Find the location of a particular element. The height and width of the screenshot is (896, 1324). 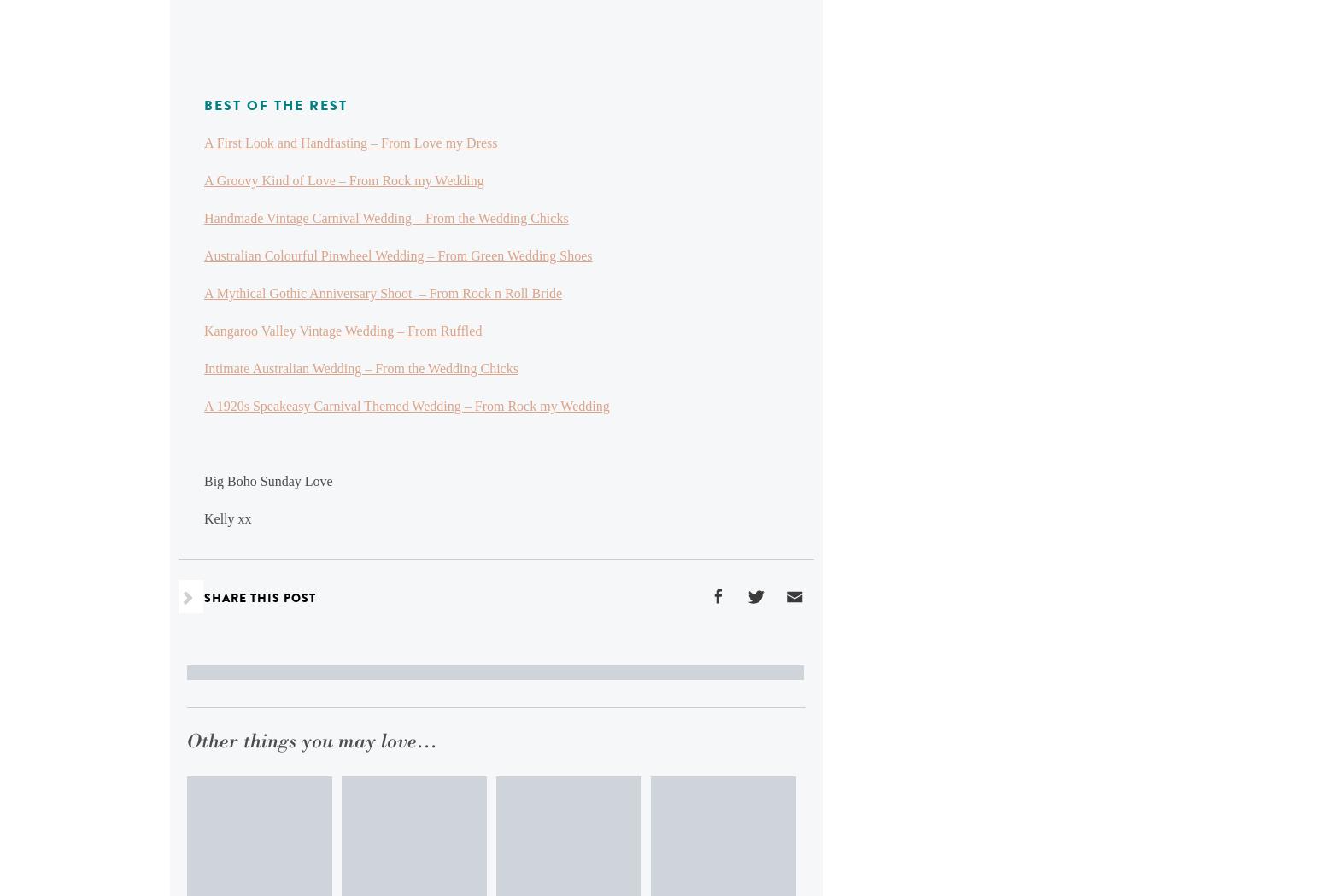

'A Groovy Kind of Love – From Rock my Wedding' is located at coordinates (204, 180).